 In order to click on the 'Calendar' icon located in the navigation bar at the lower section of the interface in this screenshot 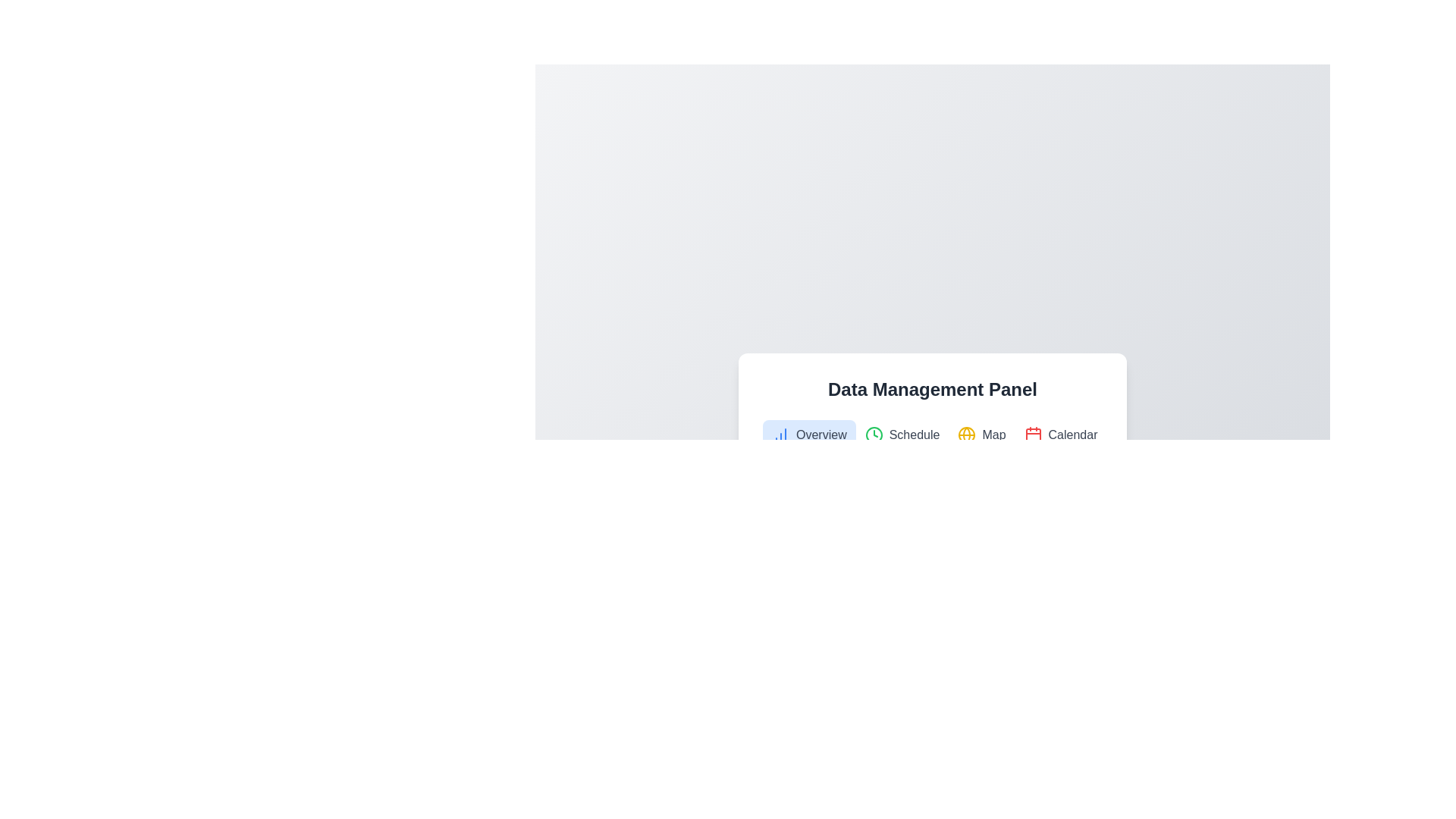, I will do `click(1032, 435)`.